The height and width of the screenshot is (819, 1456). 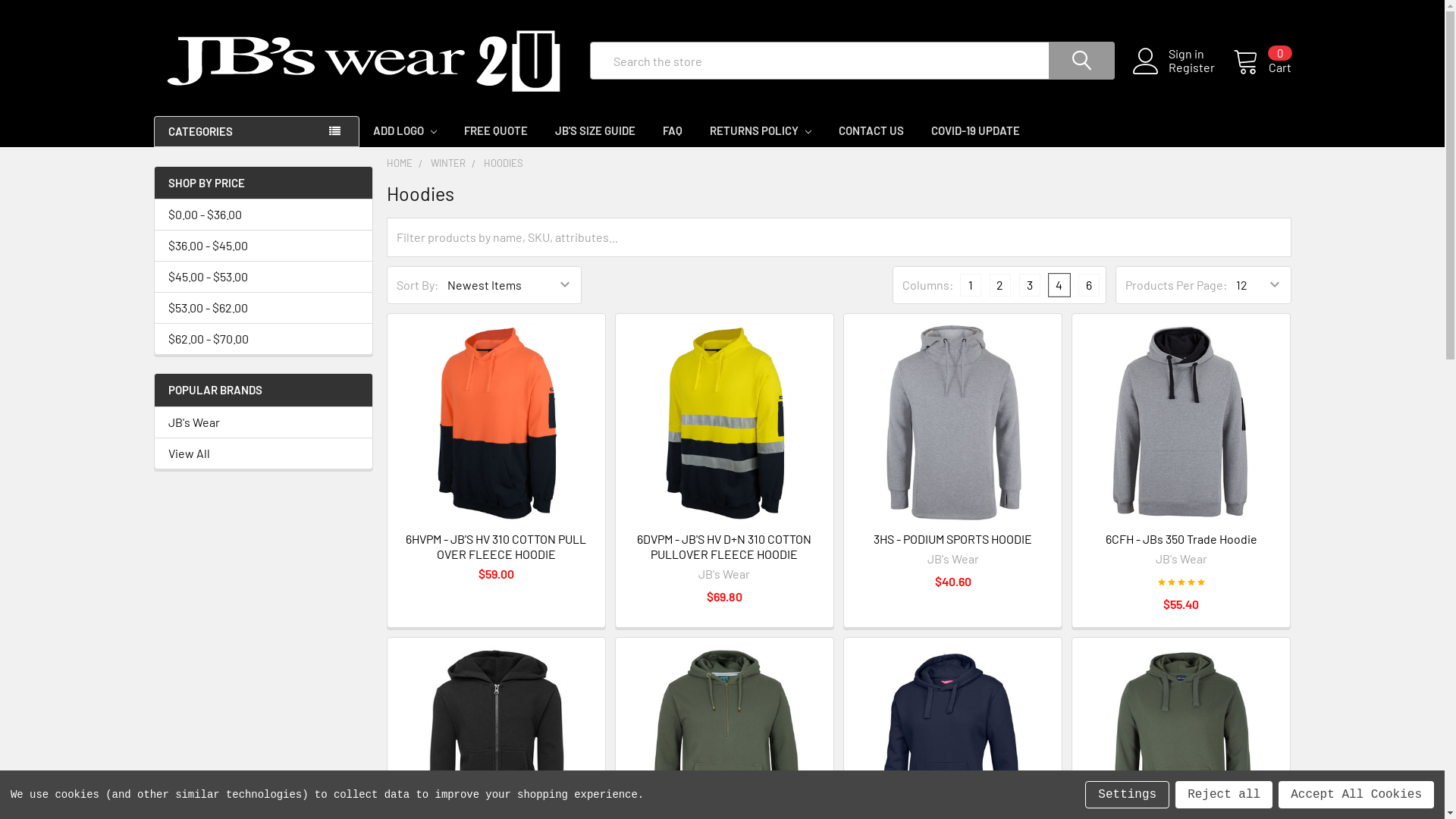 I want to click on '$0.00 - $36.00', so click(x=263, y=214).